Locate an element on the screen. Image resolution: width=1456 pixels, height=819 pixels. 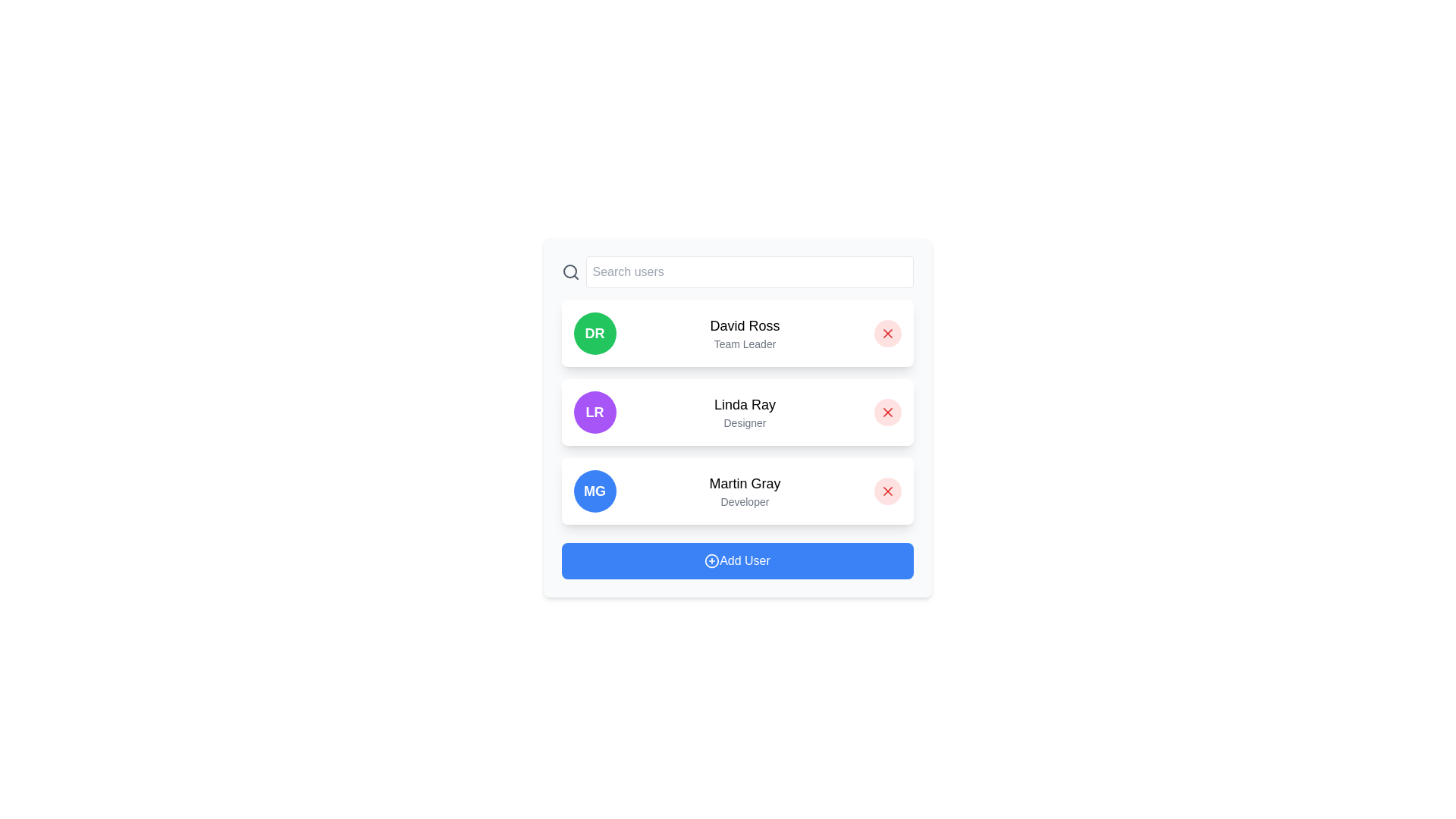
the red circular close button with a white 'X' icon is located at coordinates (887, 491).